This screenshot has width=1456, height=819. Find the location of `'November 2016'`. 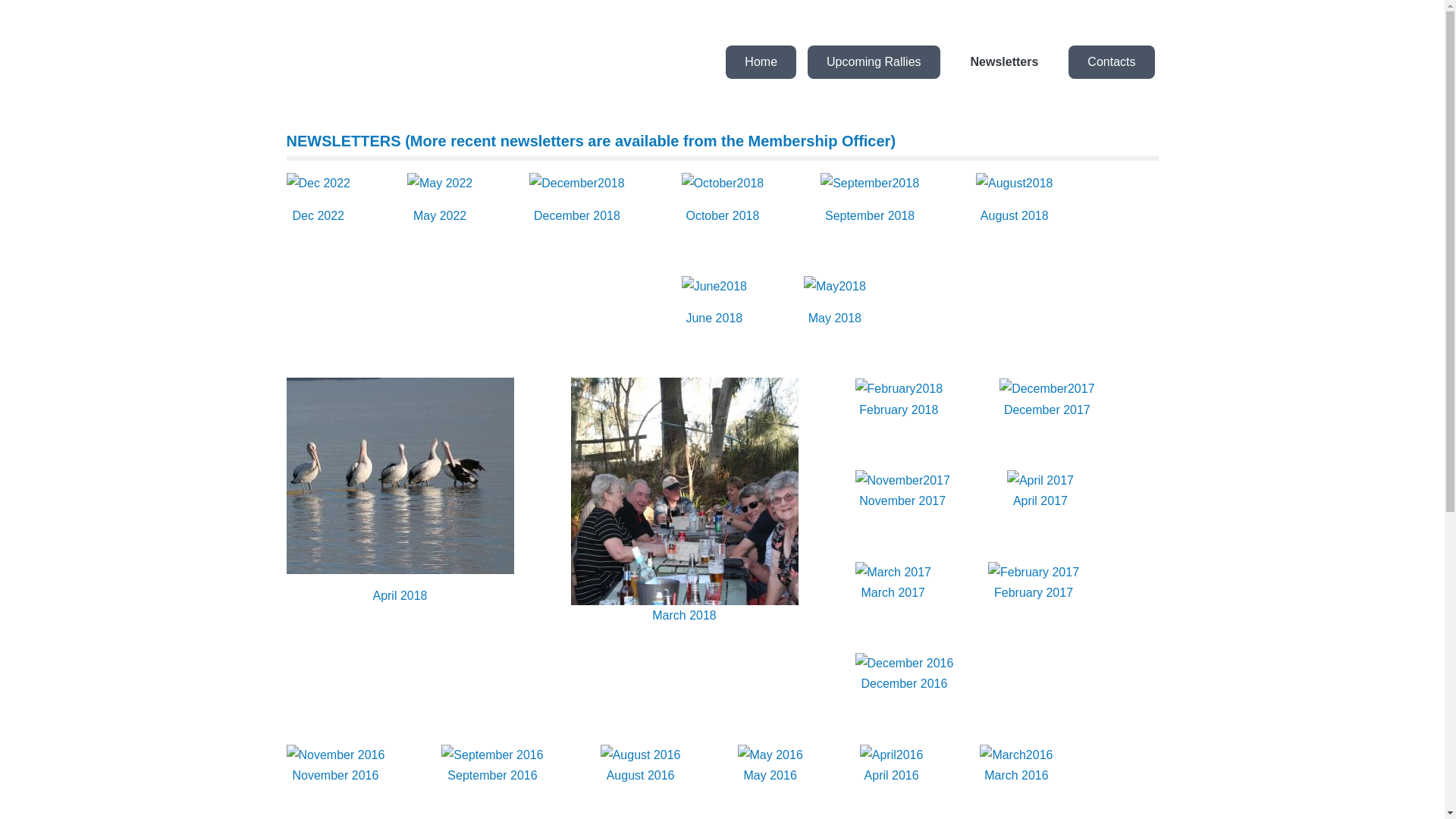

'November 2016' is located at coordinates (292, 775).